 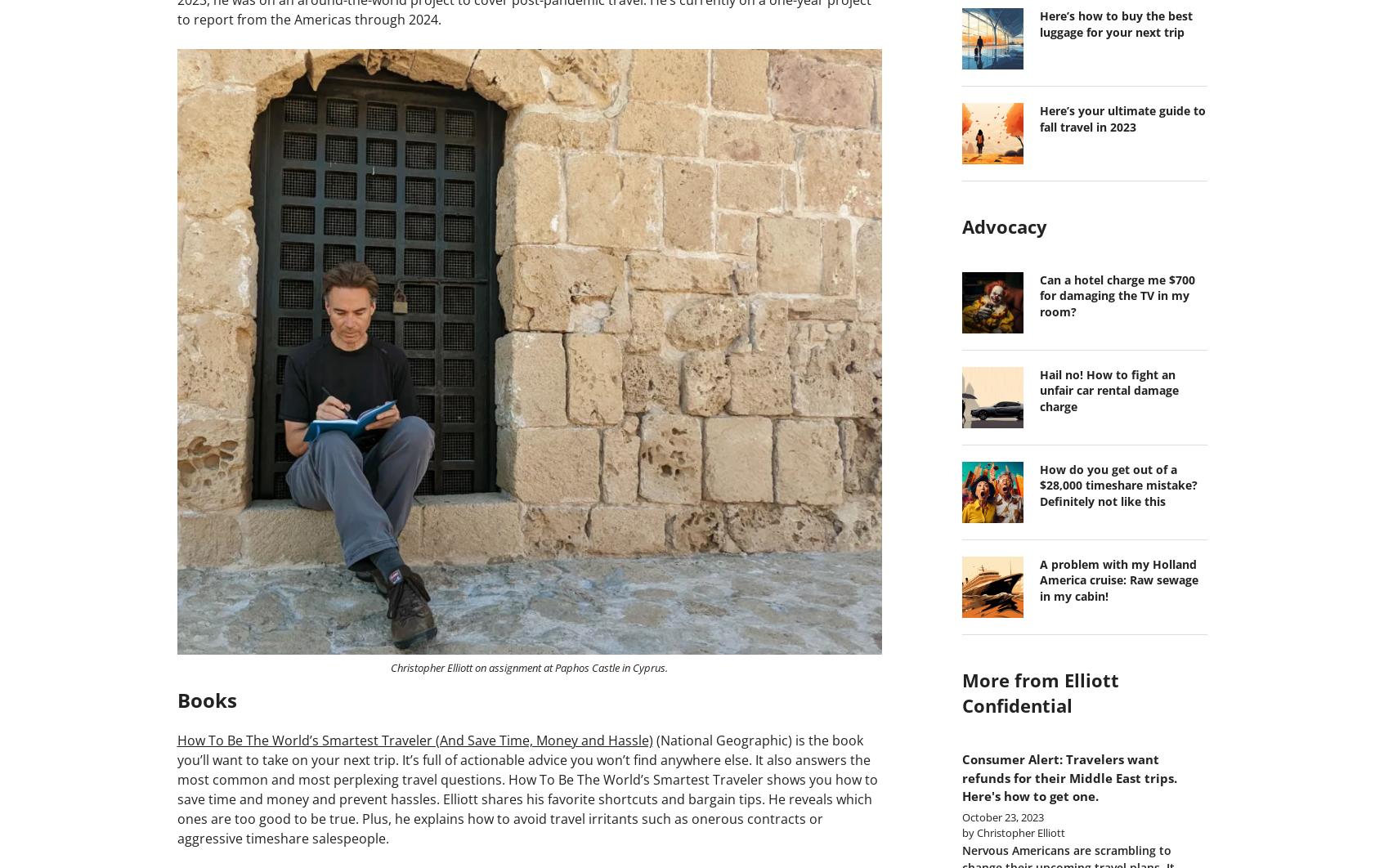 I want to click on 'Christopher Elliott on assignment at Paphos Castle in Cyprus.', so click(x=390, y=666).